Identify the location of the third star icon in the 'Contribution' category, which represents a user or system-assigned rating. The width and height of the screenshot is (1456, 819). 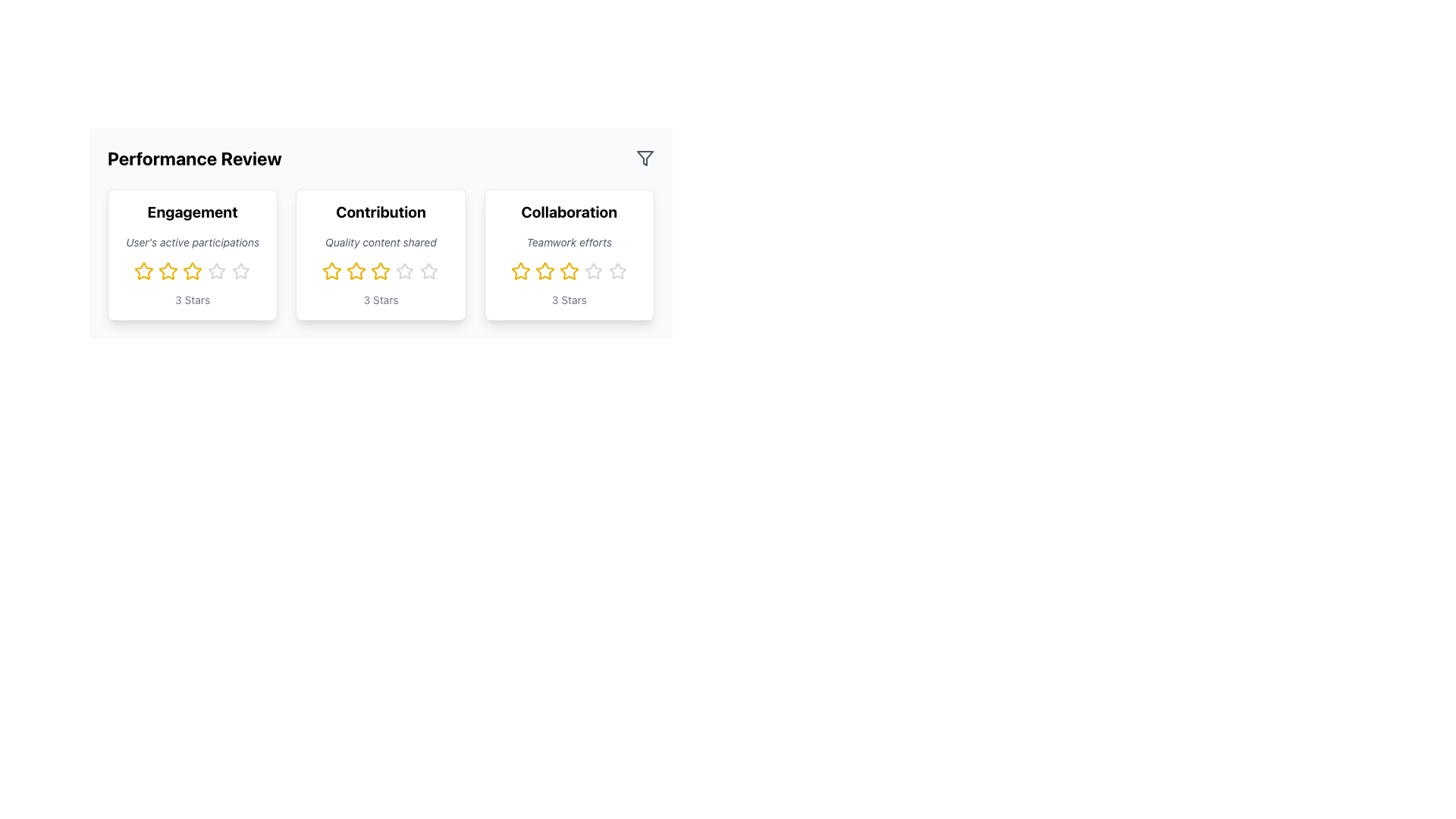
(381, 270).